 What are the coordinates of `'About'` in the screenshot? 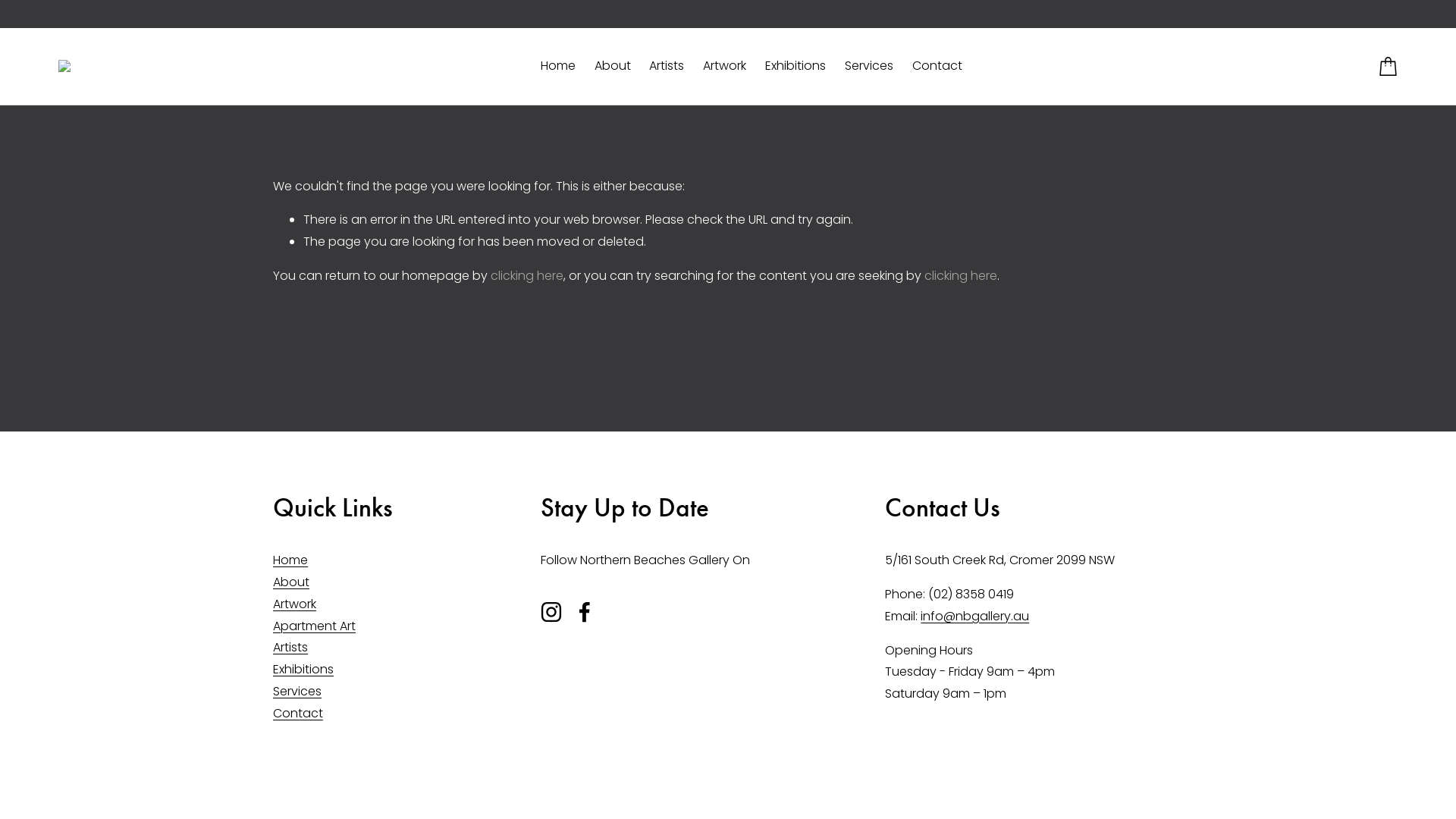 It's located at (291, 582).